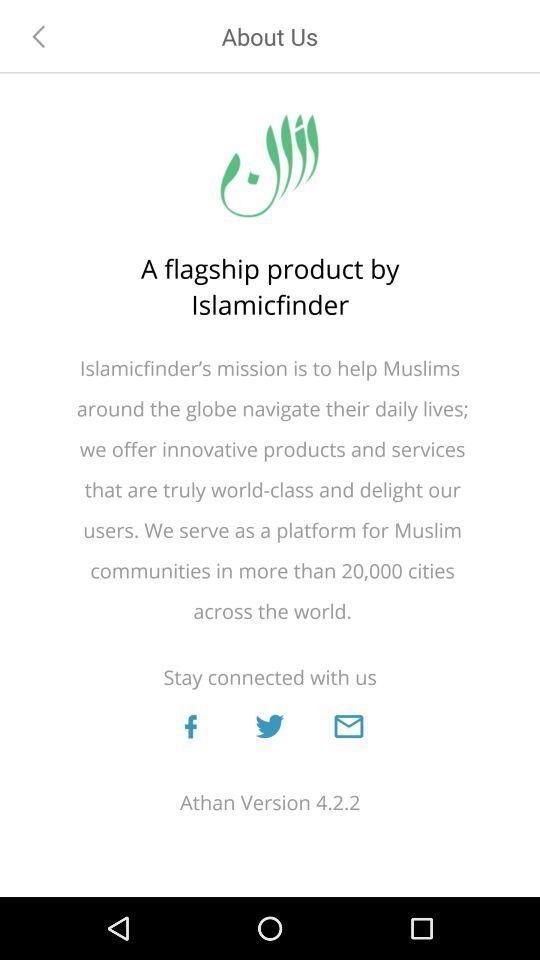 The width and height of the screenshot is (540, 960). What do you see at coordinates (269, 725) in the screenshot?
I see `connect to our twitter` at bounding box center [269, 725].